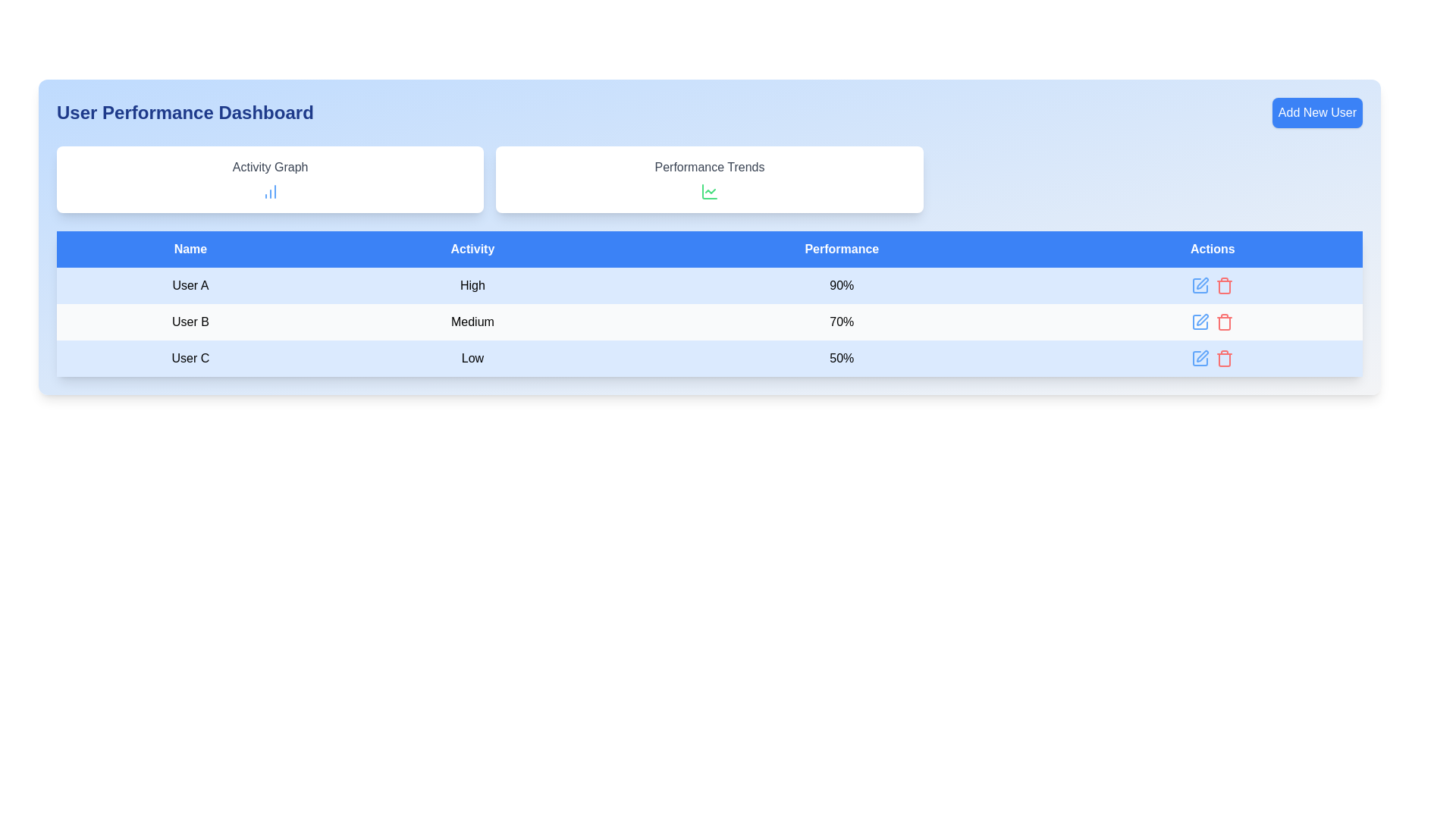 This screenshot has width=1456, height=819. What do you see at coordinates (709, 167) in the screenshot?
I see `the 'Performance Trends' label, which is a medium-weight gray text aligned horizontally within a rounded white panel at the top-right area of the interface` at bounding box center [709, 167].